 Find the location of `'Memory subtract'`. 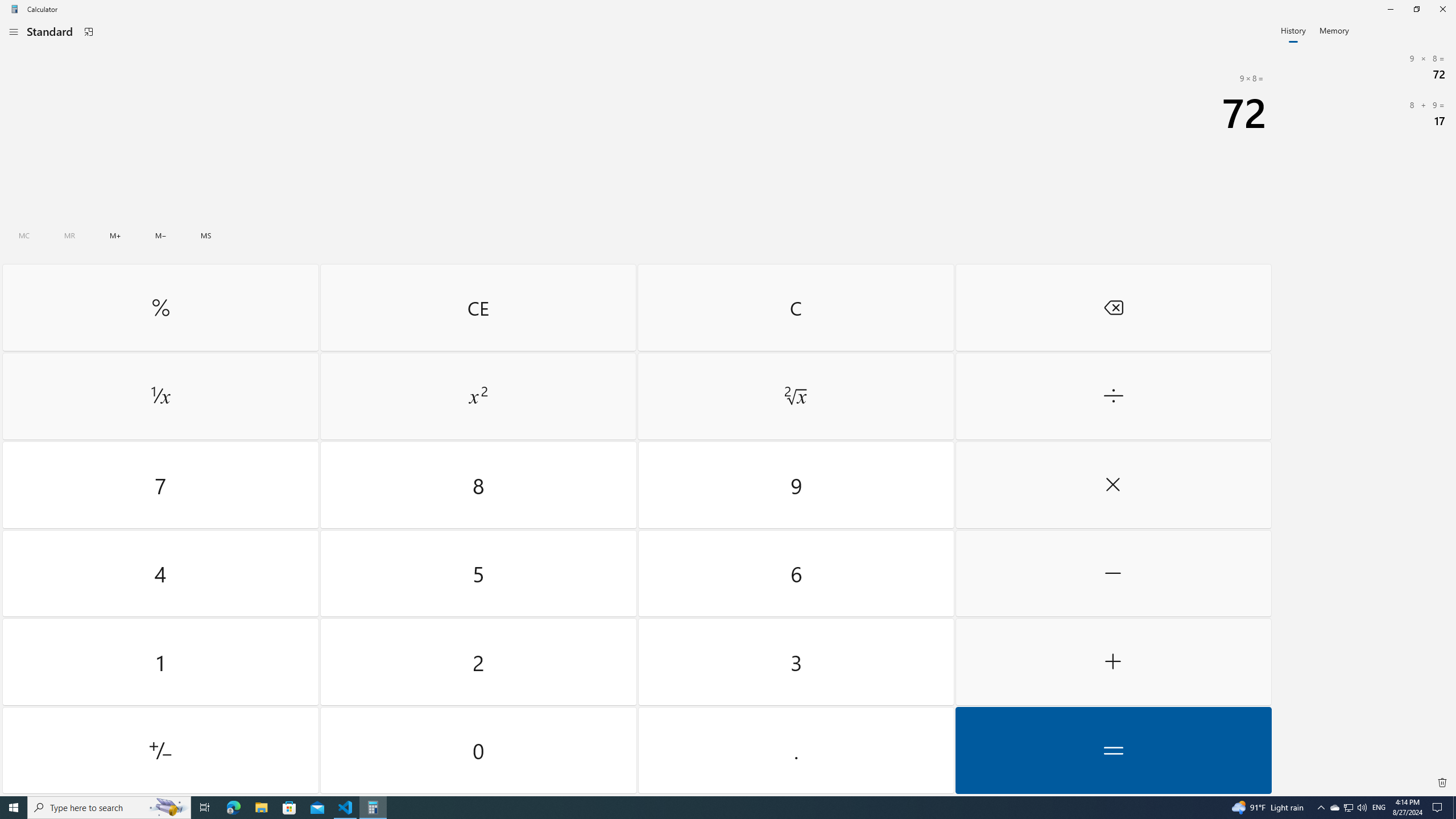

'Memory subtract' is located at coordinates (160, 235).